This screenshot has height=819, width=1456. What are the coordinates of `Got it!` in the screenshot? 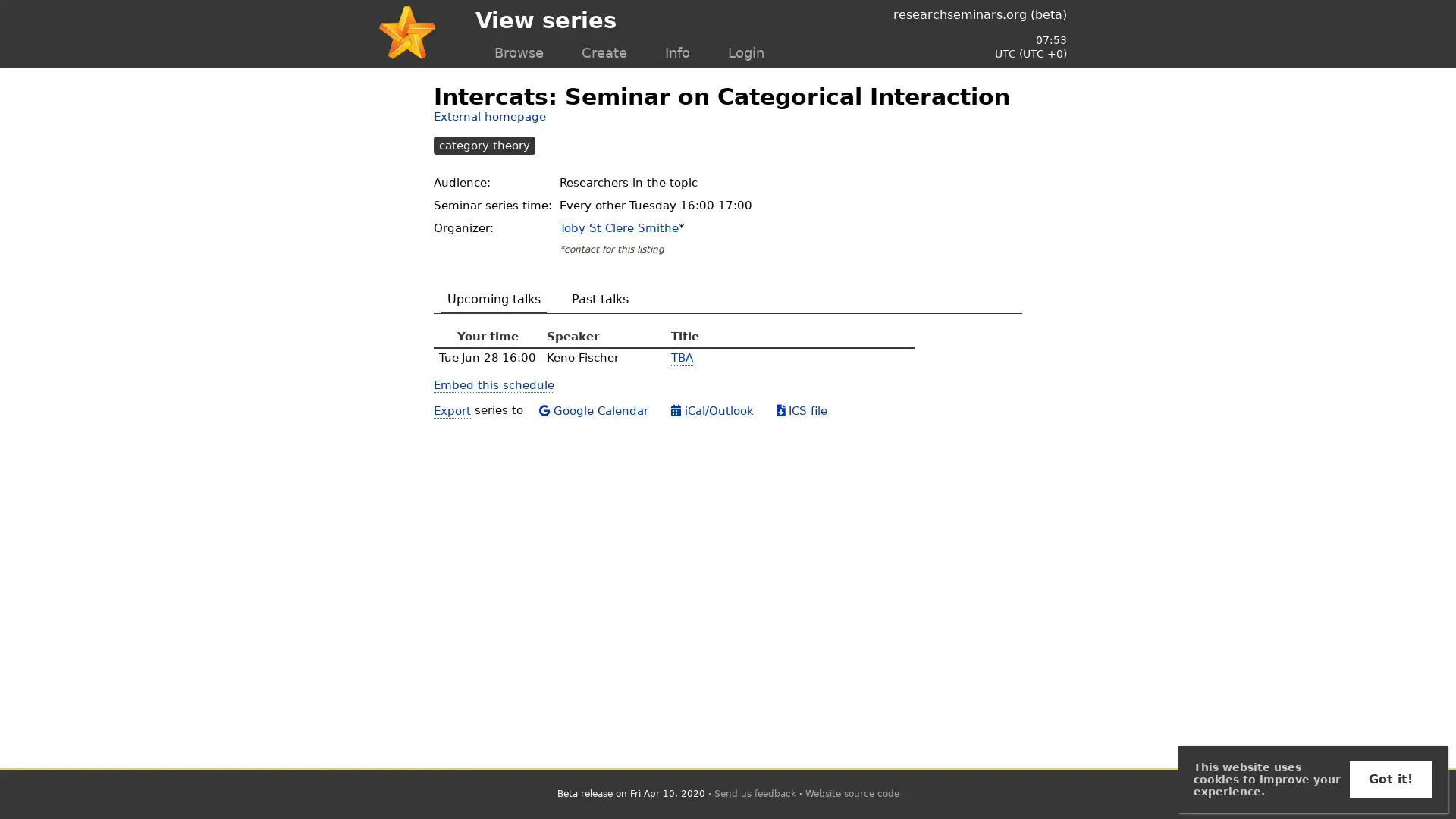 It's located at (1390, 780).